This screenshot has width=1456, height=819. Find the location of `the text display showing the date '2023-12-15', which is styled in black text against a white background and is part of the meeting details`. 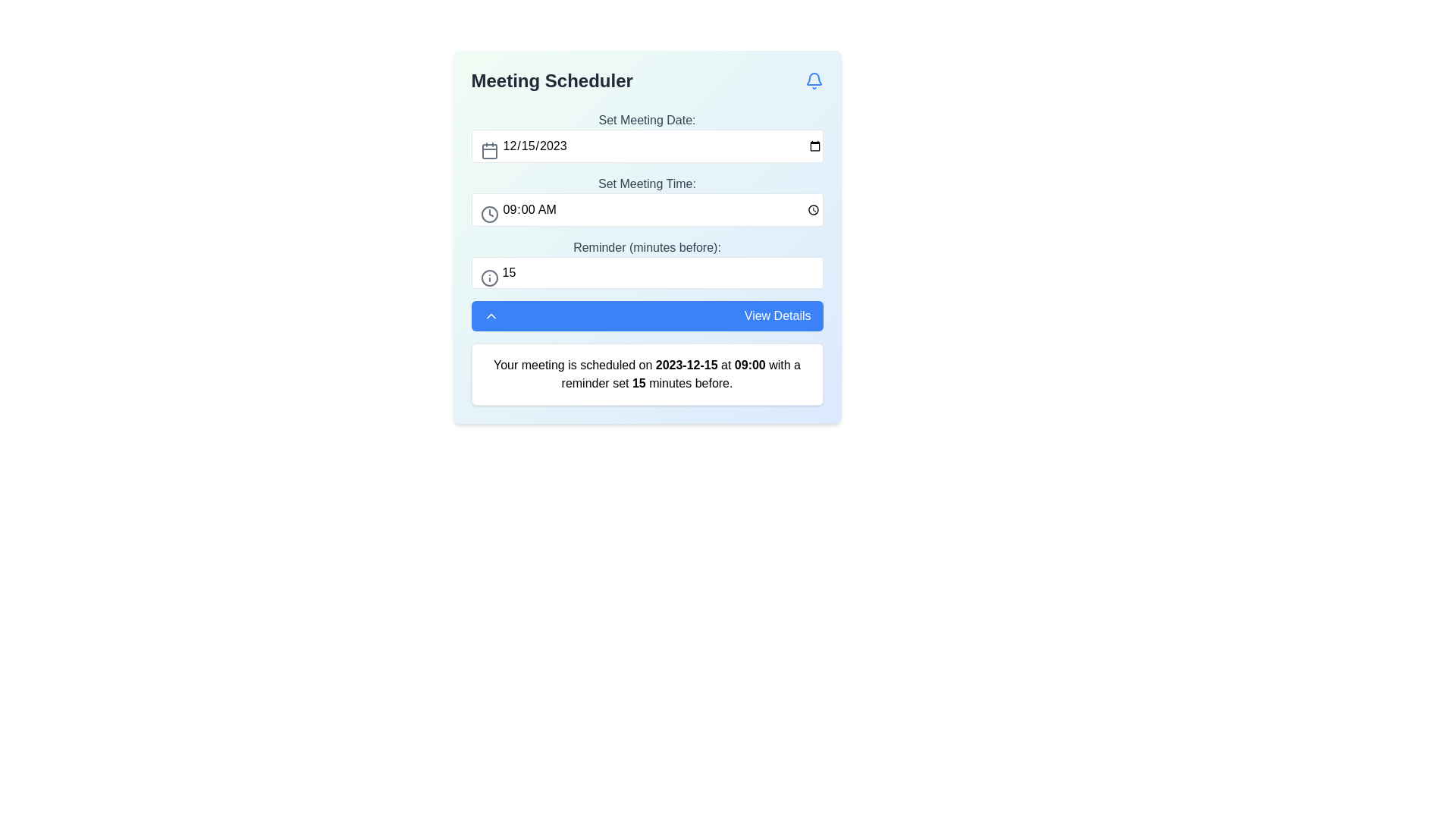

the text display showing the date '2023-12-15', which is styled in black text against a white background and is part of the meeting details is located at coordinates (686, 365).